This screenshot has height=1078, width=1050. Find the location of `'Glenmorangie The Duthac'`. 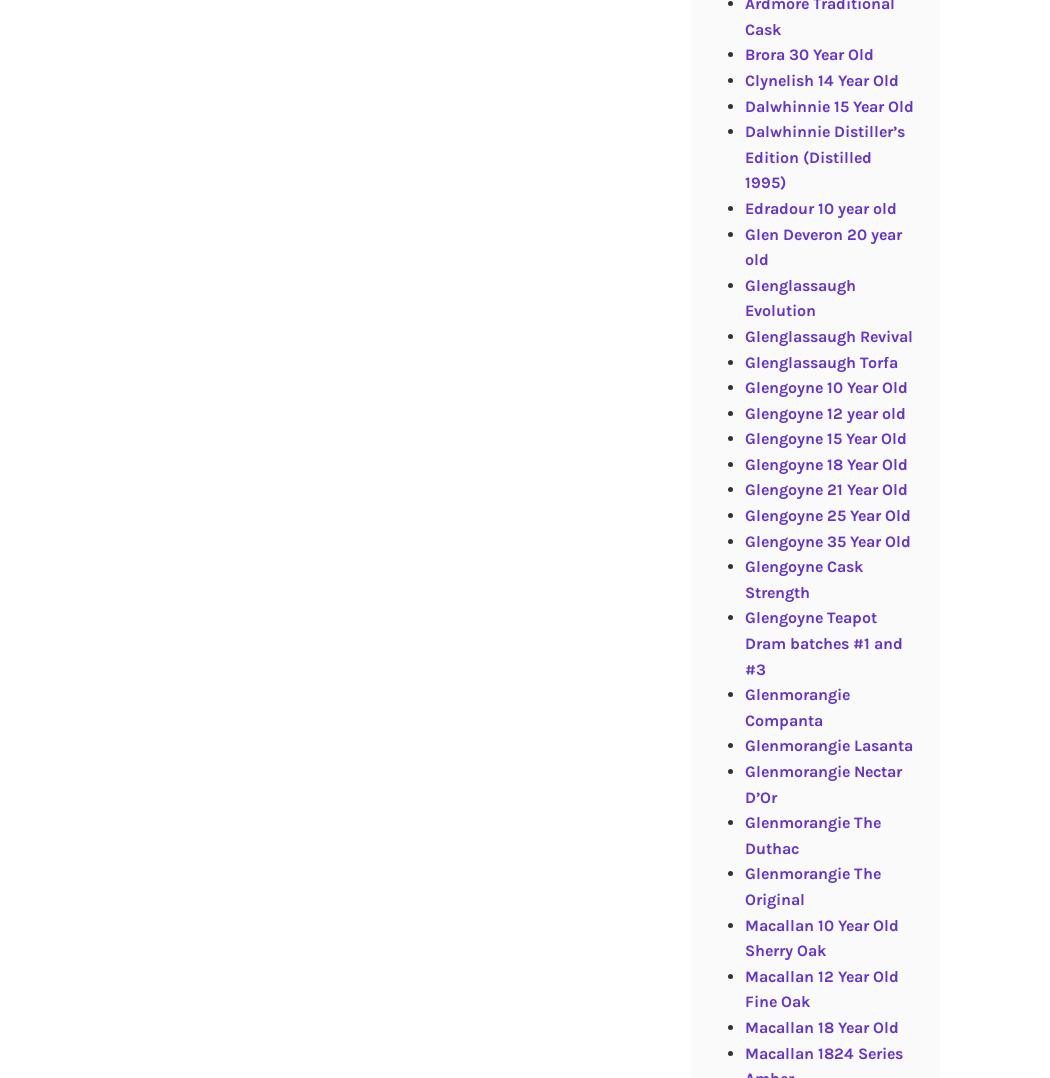

'Glenmorangie The Duthac' is located at coordinates (810, 835).